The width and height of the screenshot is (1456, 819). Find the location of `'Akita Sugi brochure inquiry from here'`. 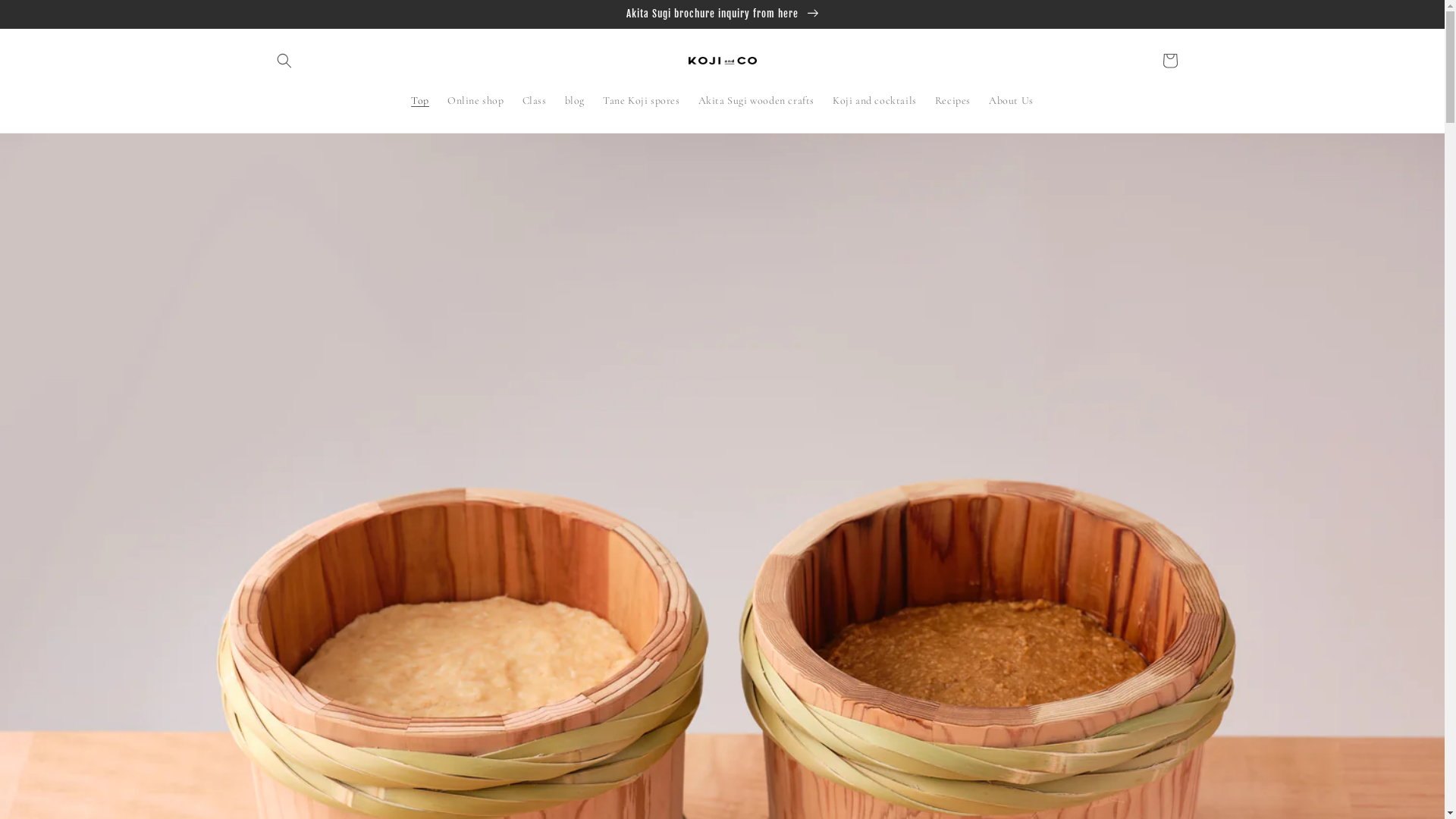

'Akita Sugi brochure inquiry from here' is located at coordinates (721, 14).